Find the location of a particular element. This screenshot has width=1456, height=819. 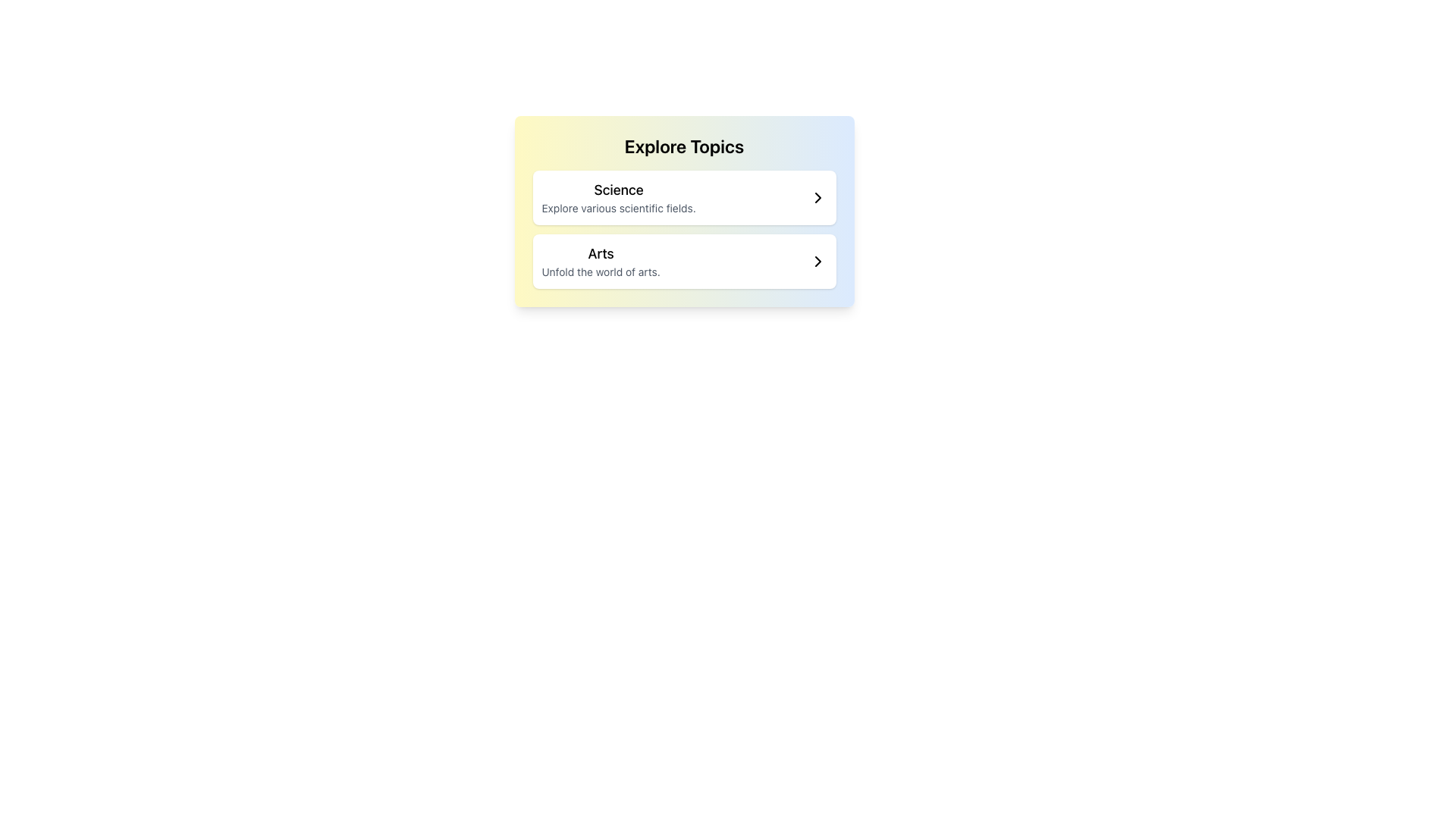

the rightward-pointing chevron icon located in the rightmost section of the 'Science' row is located at coordinates (817, 197).